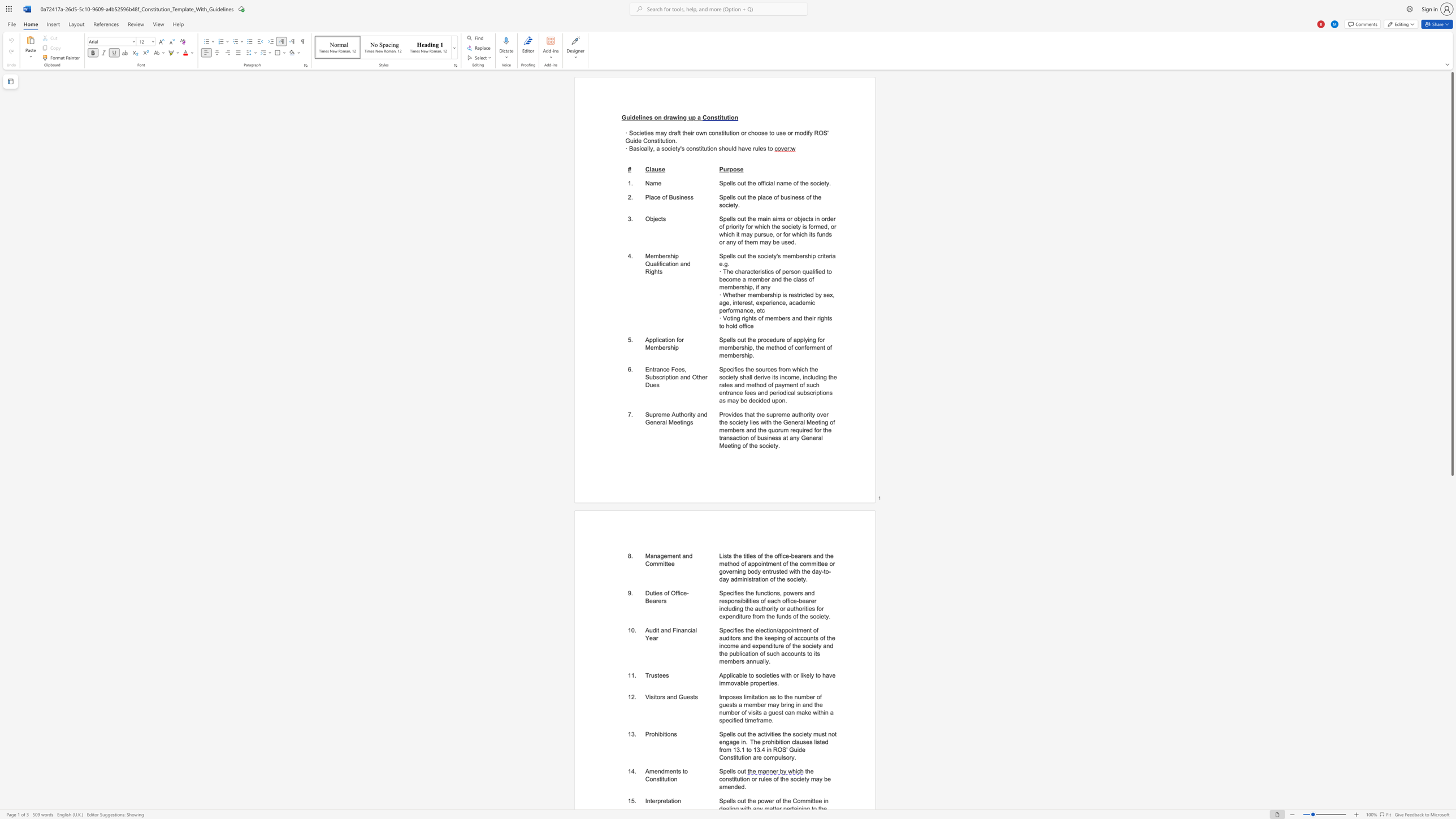  What do you see at coordinates (648, 132) in the screenshot?
I see `the 2th character "e" in the text` at bounding box center [648, 132].